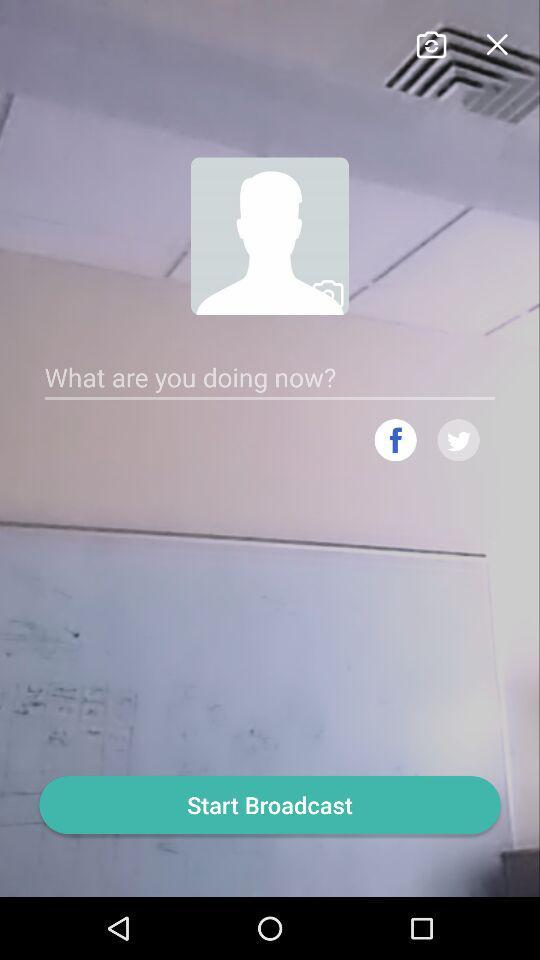  What do you see at coordinates (495, 41) in the screenshot?
I see `close` at bounding box center [495, 41].